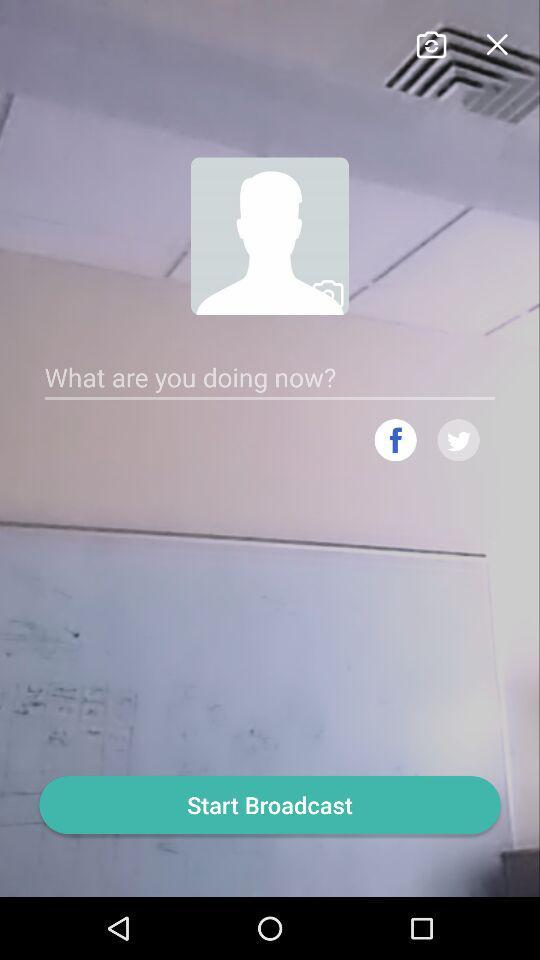  What do you see at coordinates (495, 41) in the screenshot?
I see `close` at bounding box center [495, 41].